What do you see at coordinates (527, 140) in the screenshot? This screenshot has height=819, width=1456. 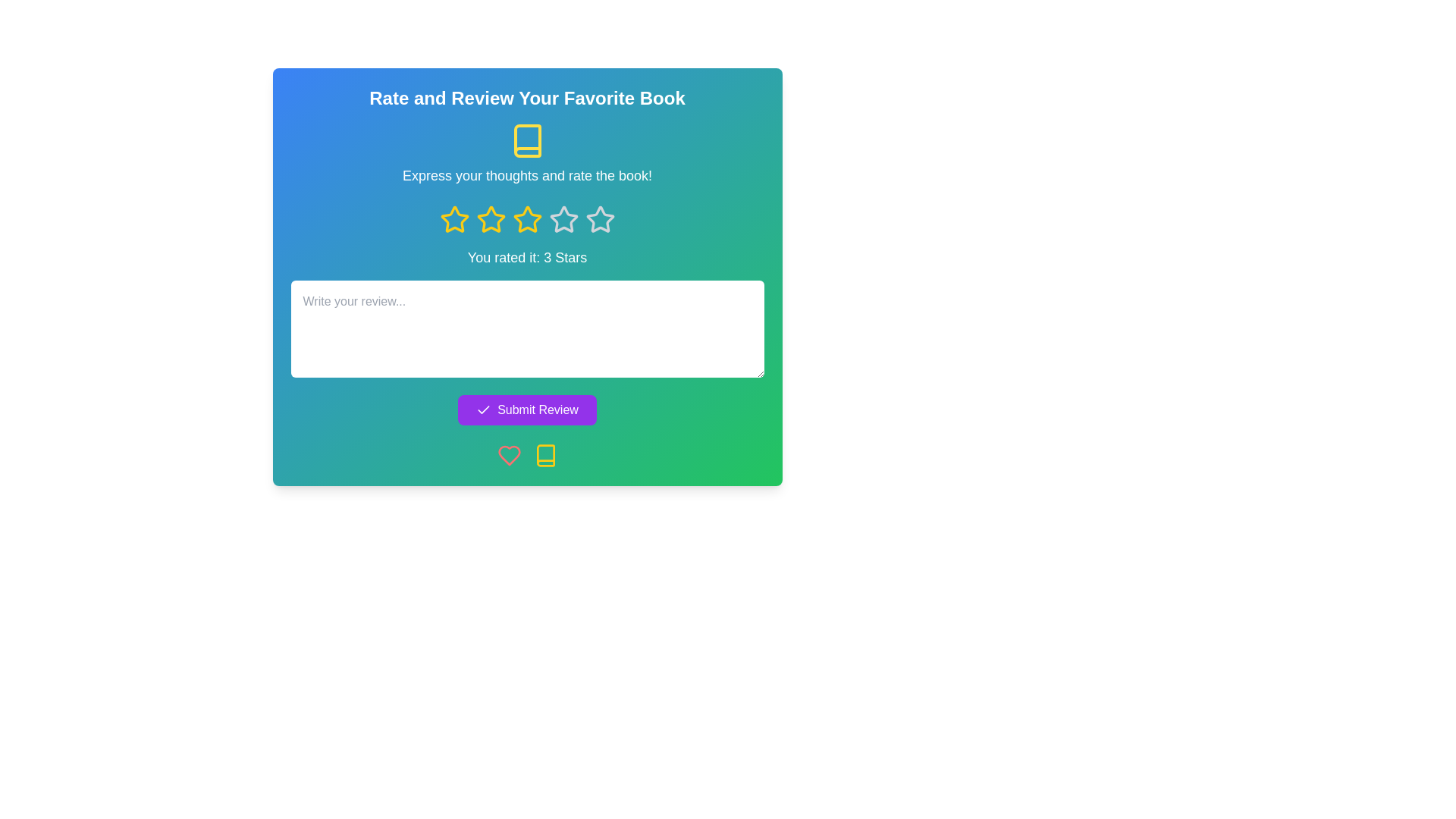 I see `the SVG icon of a book with rounded edges, filled with a yellow outline on a blue background, located centrally above the text prompt 'Express your thoughts and rate the book!'` at bounding box center [527, 140].